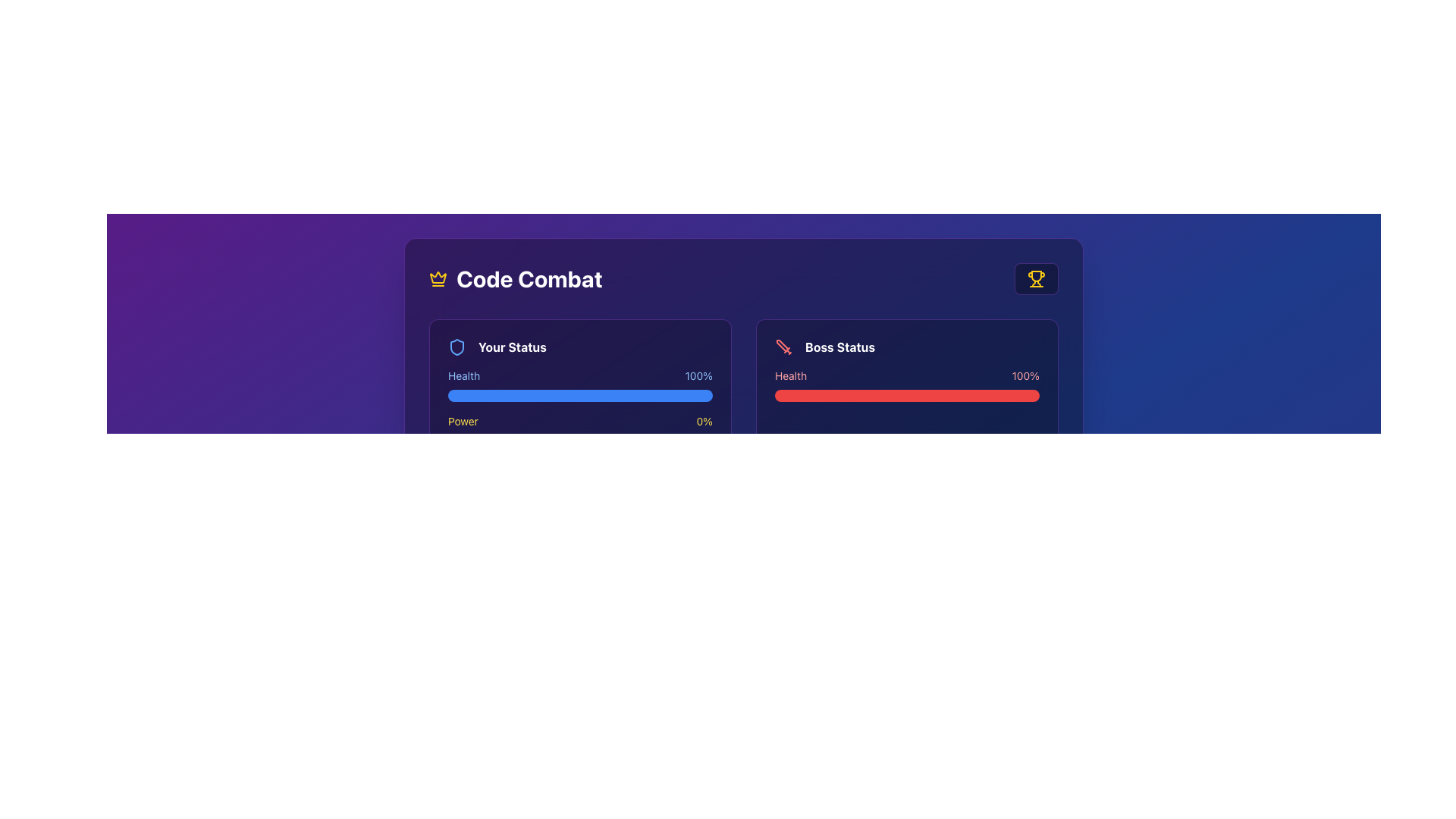 This screenshot has height=819, width=1456. I want to click on the trophy icon with a golden yellow outline located in the top-right corner of the UI group with a semi-transparent black background, so click(1036, 278).